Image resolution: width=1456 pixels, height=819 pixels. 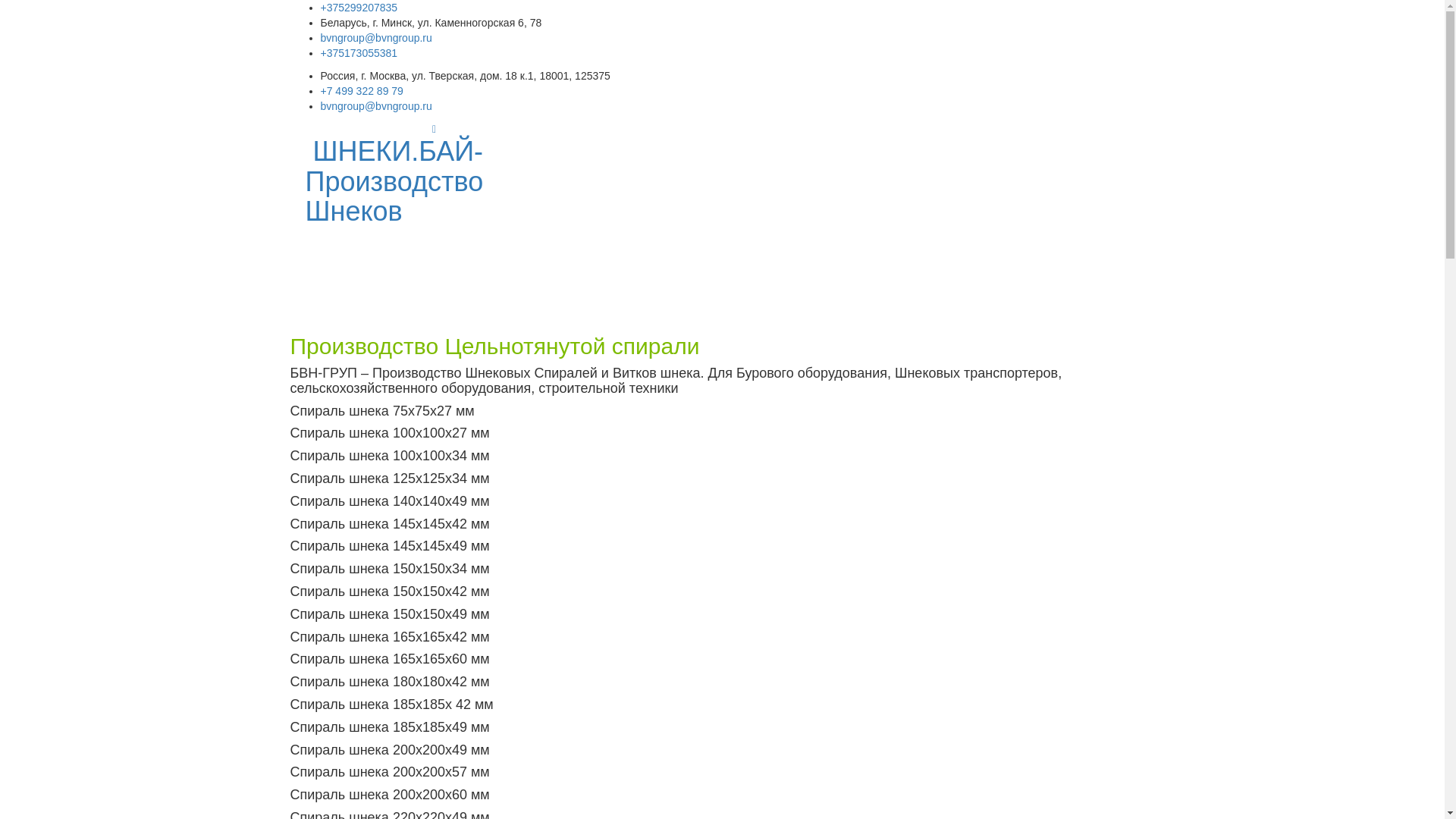 I want to click on '+375299207835', so click(x=319, y=8).